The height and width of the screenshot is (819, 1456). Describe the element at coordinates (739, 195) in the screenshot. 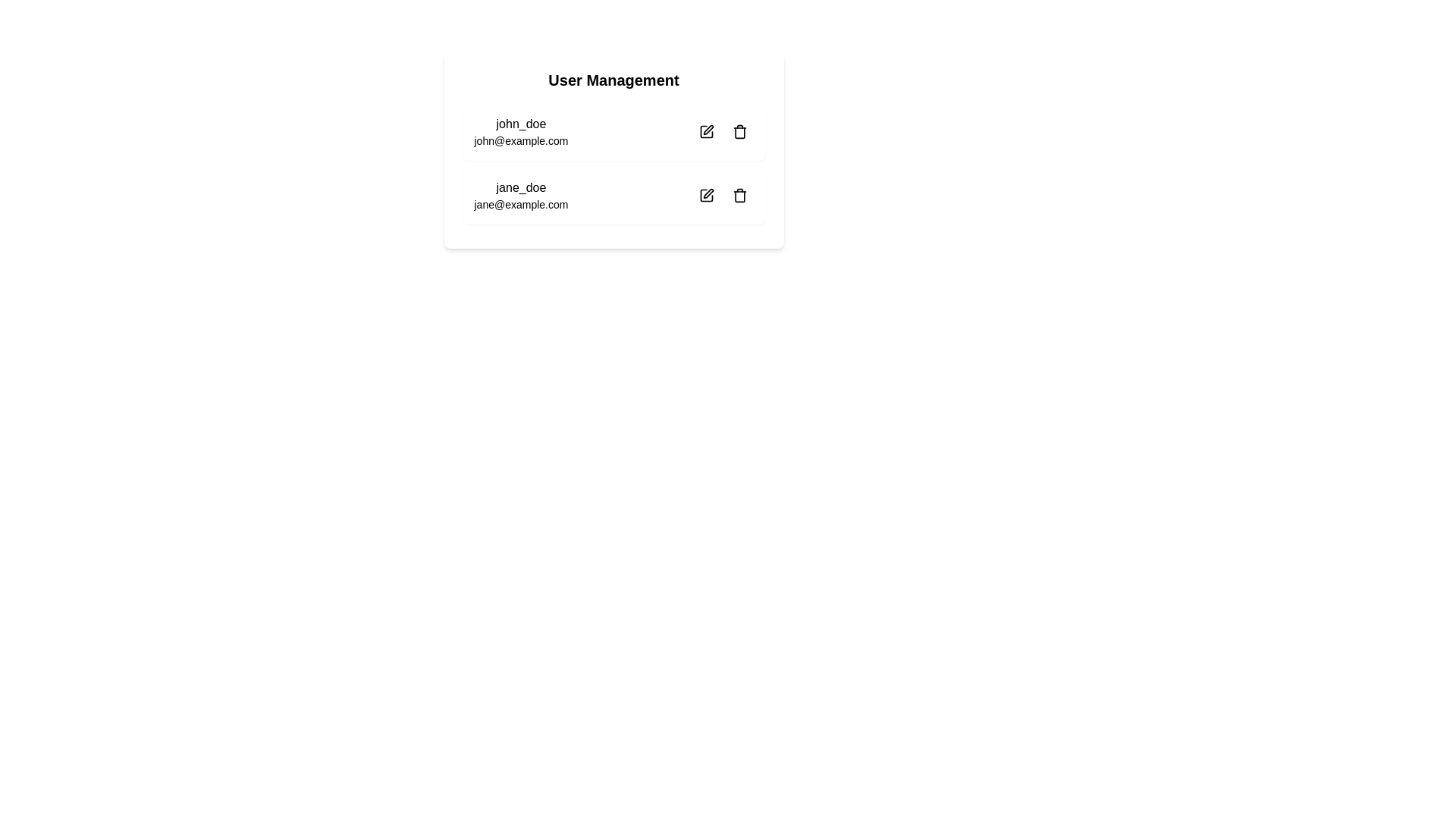

I see `the delete button for the user 'jane_doe' in the user management interface` at that location.